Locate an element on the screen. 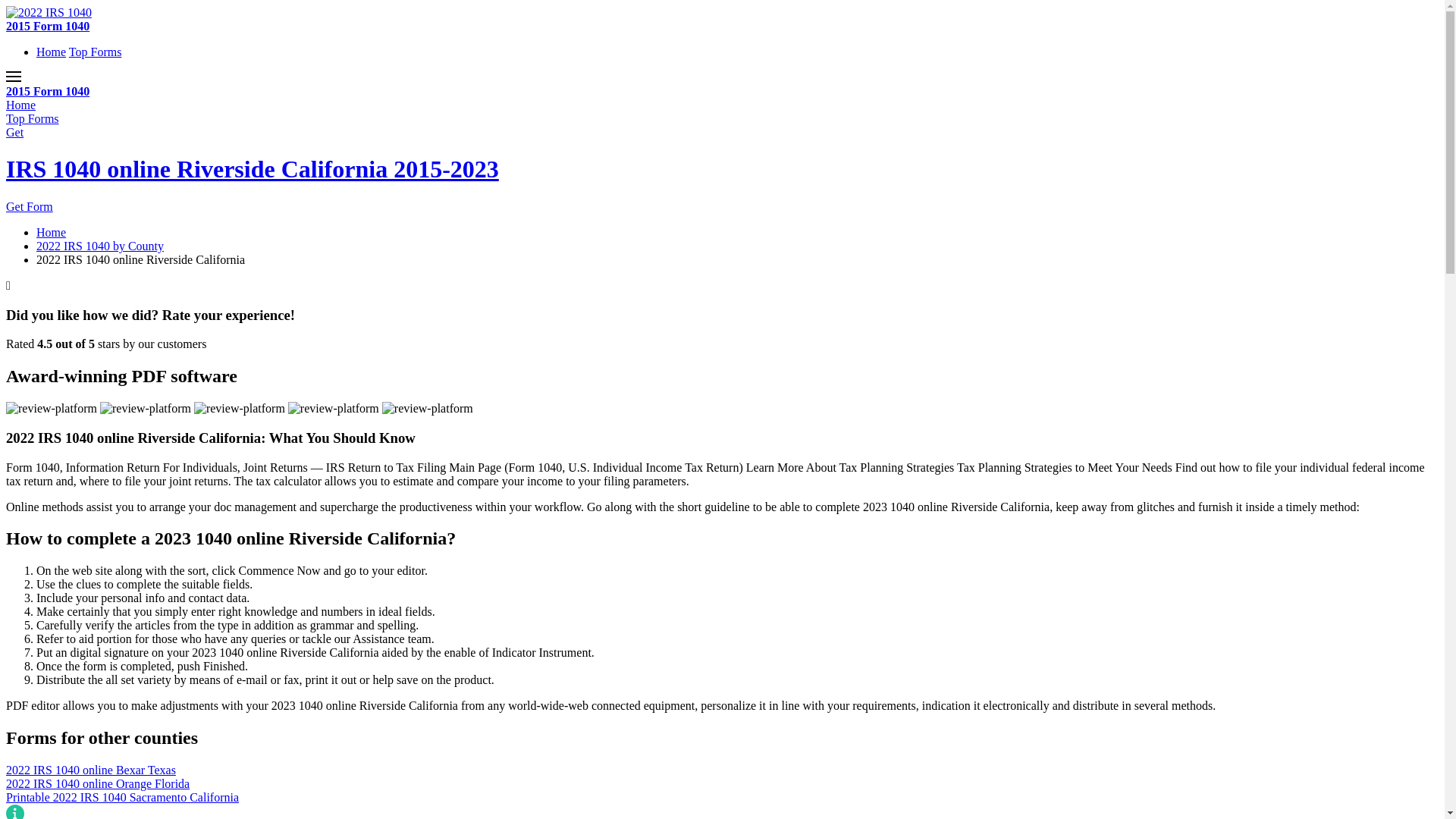 The image size is (1456, 819). 'Get is located at coordinates (6, 169).